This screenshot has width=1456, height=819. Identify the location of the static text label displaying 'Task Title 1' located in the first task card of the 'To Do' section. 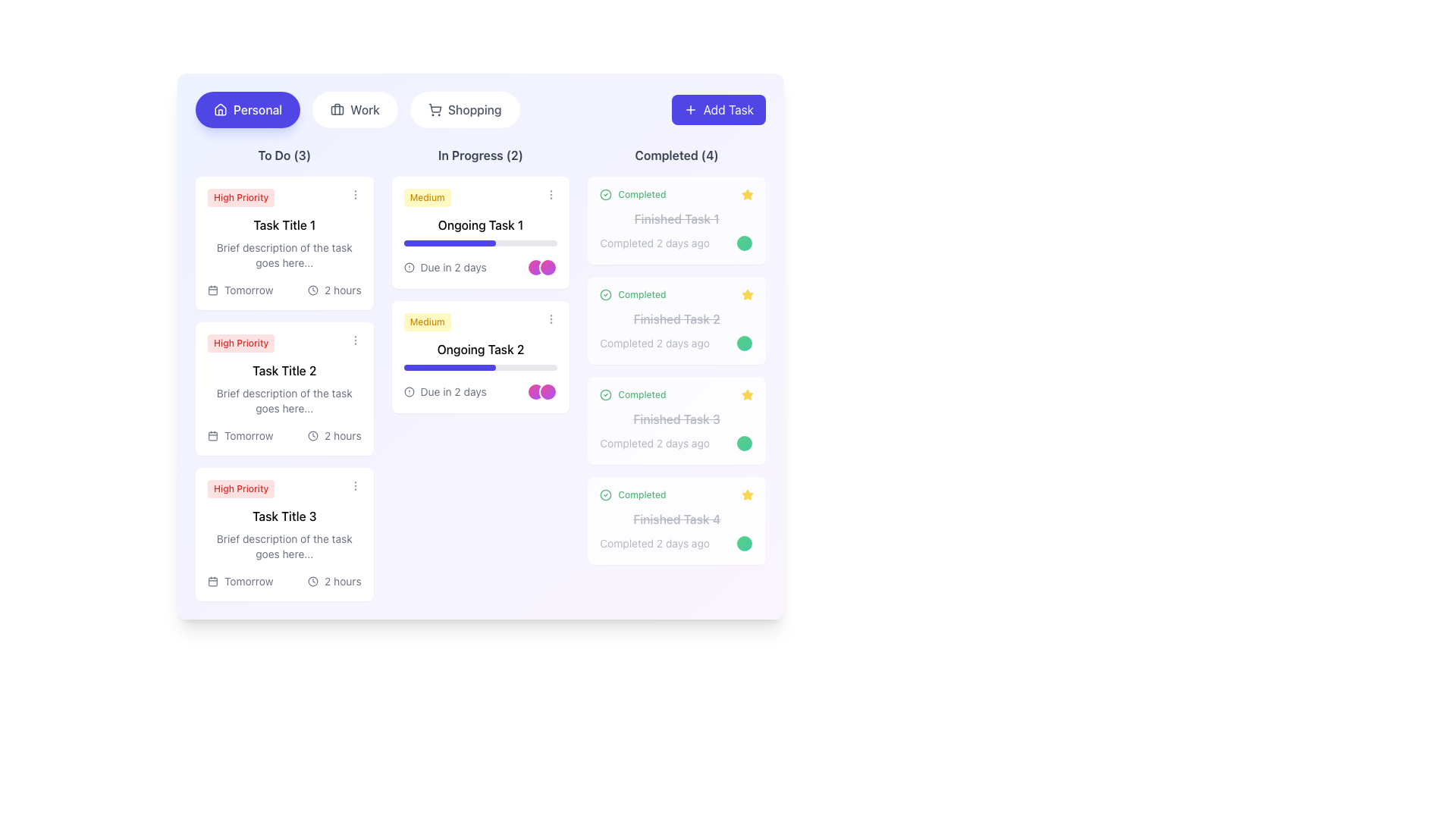
(284, 225).